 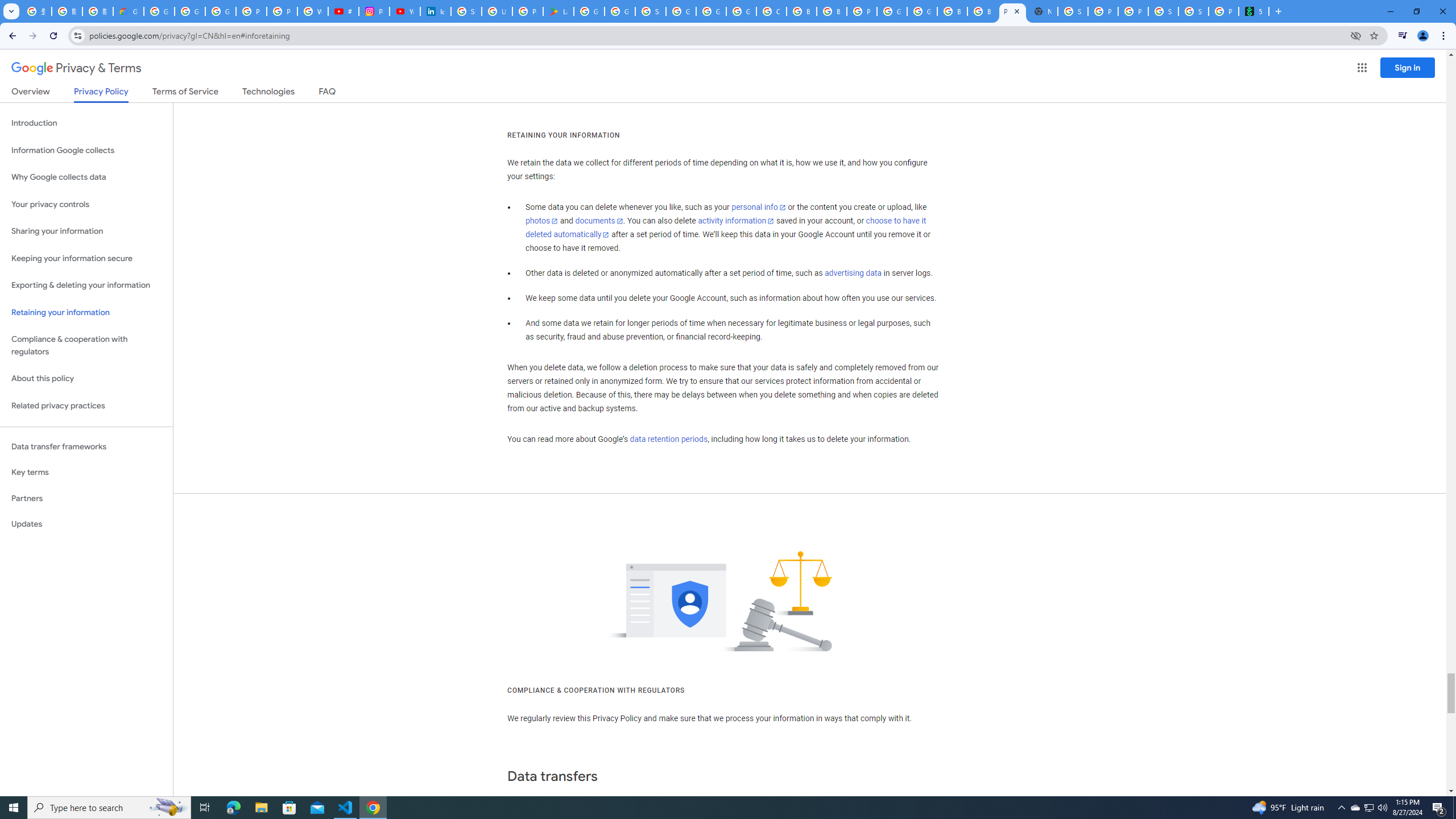 I want to click on 'Google Workspace - Specific Terms', so click(x=619, y=11).